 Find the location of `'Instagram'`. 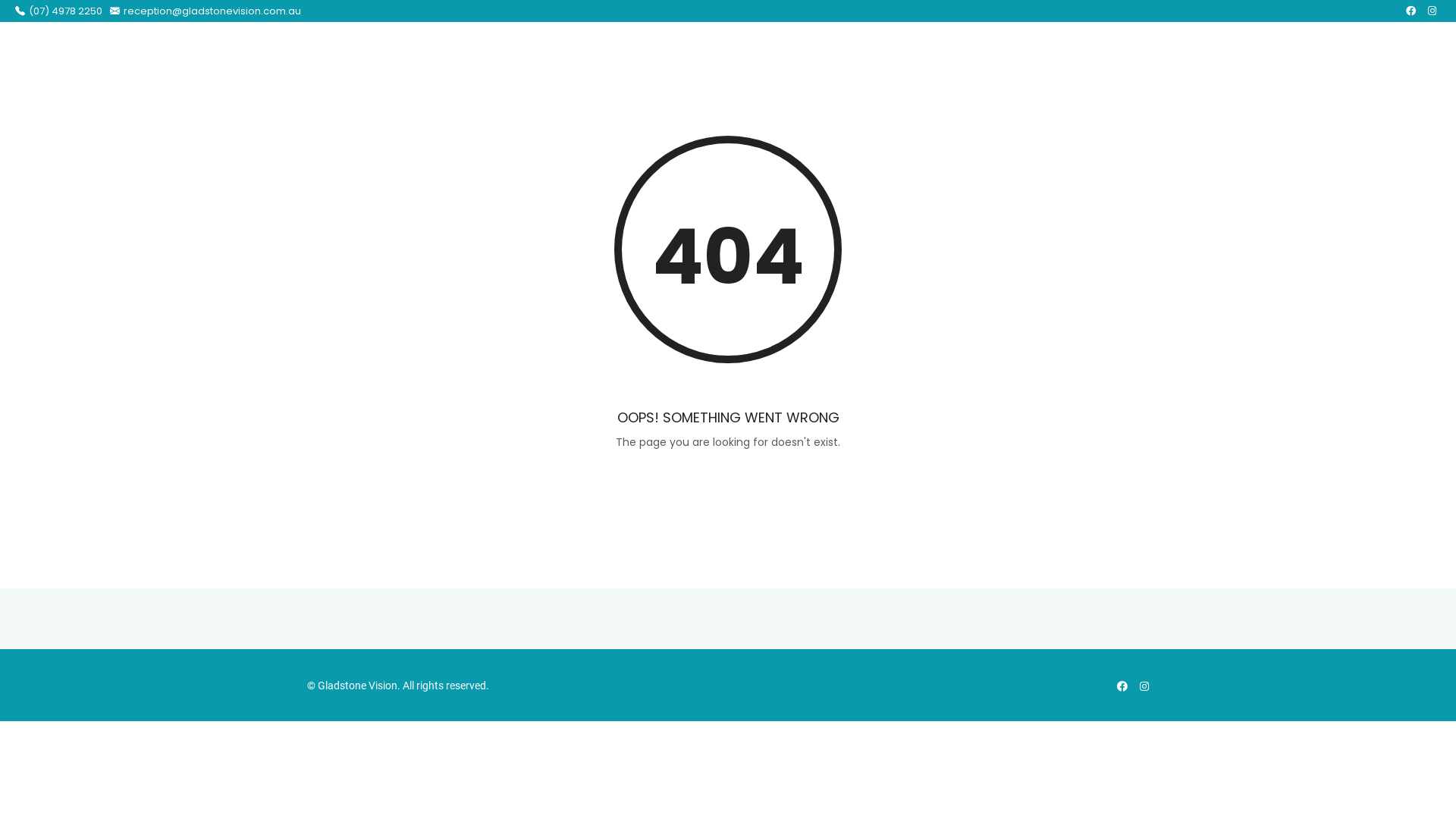

'Instagram' is located at coordinates (1431, 11).